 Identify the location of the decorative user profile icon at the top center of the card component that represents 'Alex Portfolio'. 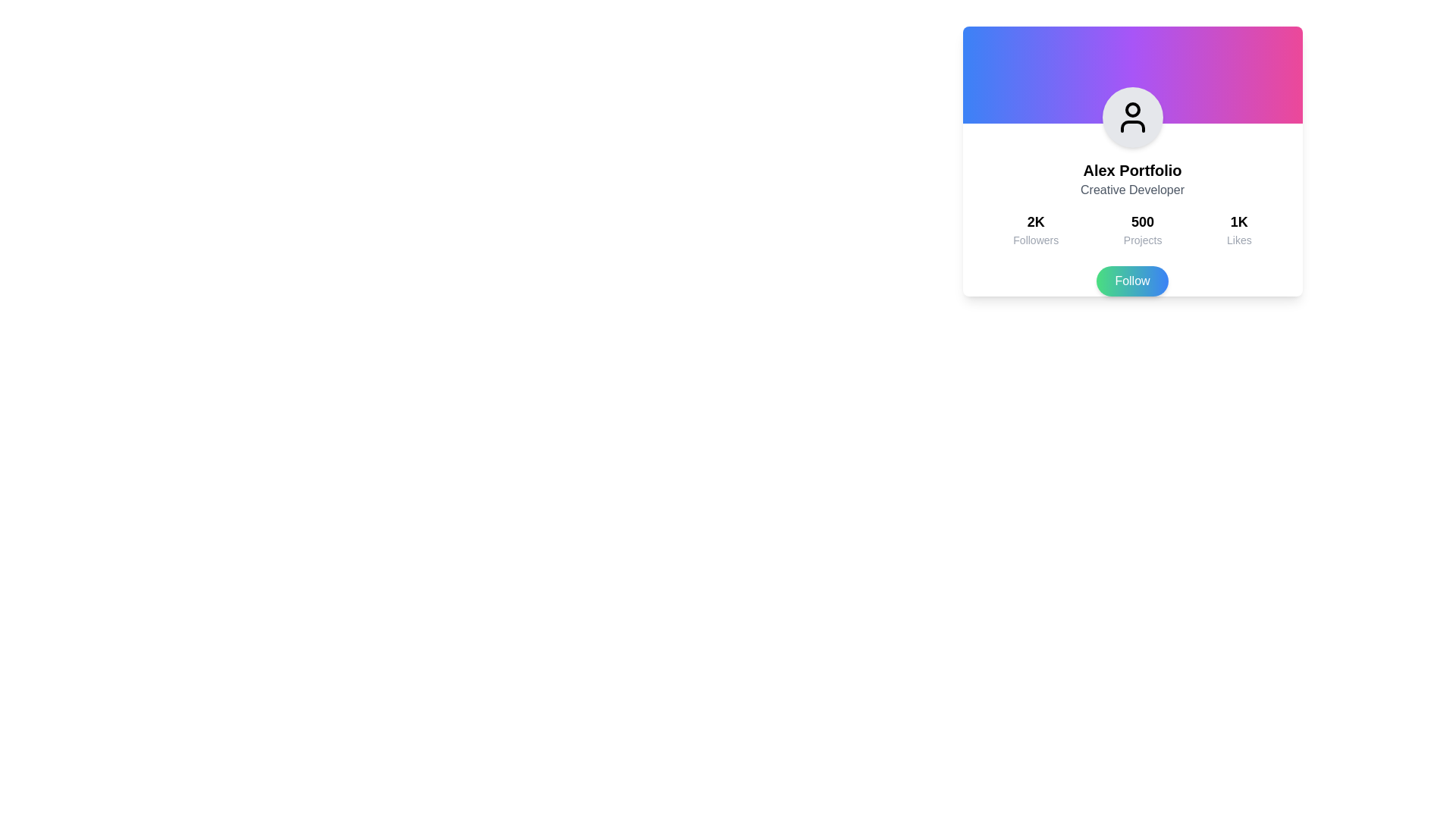
(1132, 116).